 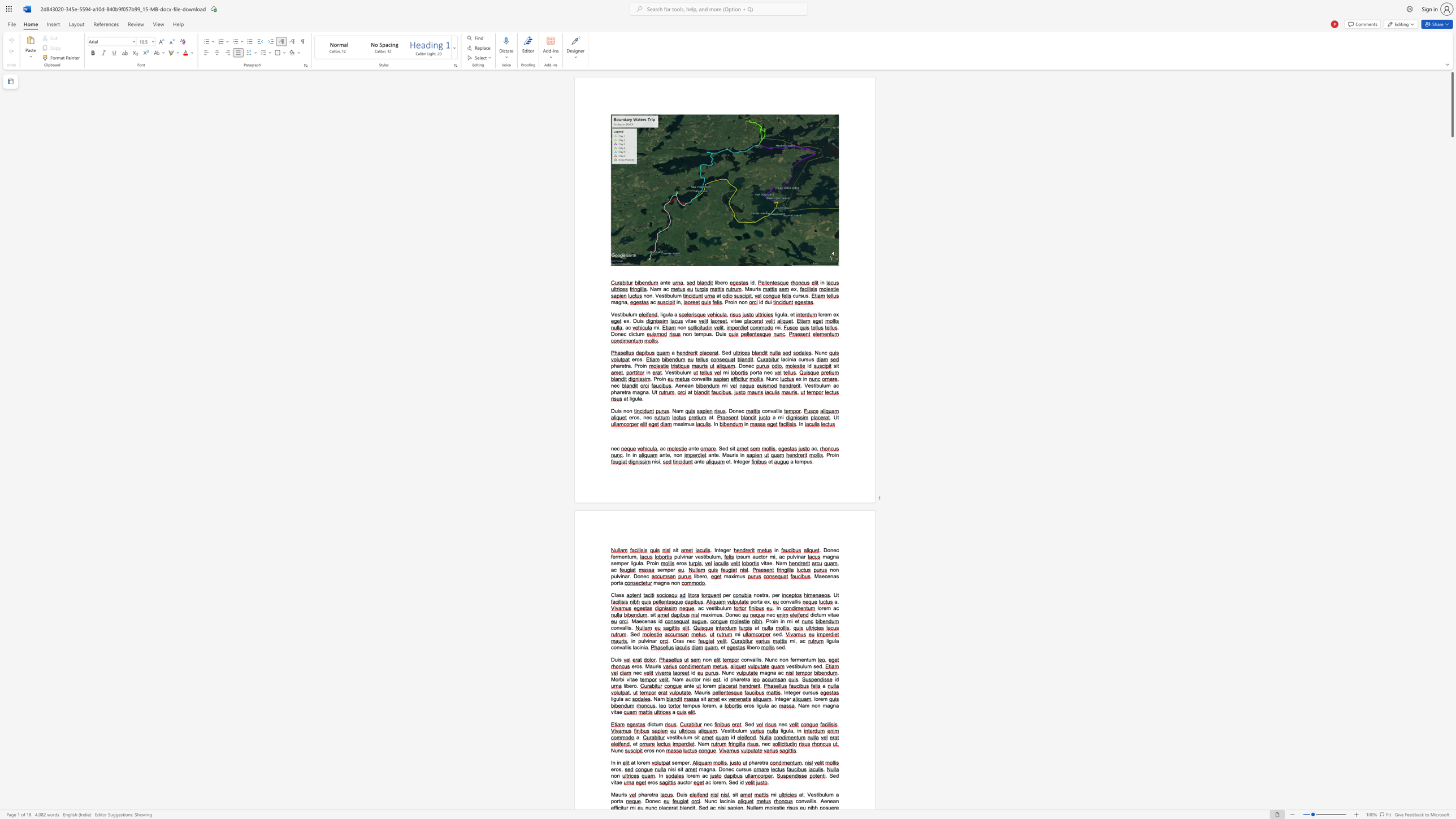 I want to click on the 1th character "u" in the text, so click(x=731, y=455).